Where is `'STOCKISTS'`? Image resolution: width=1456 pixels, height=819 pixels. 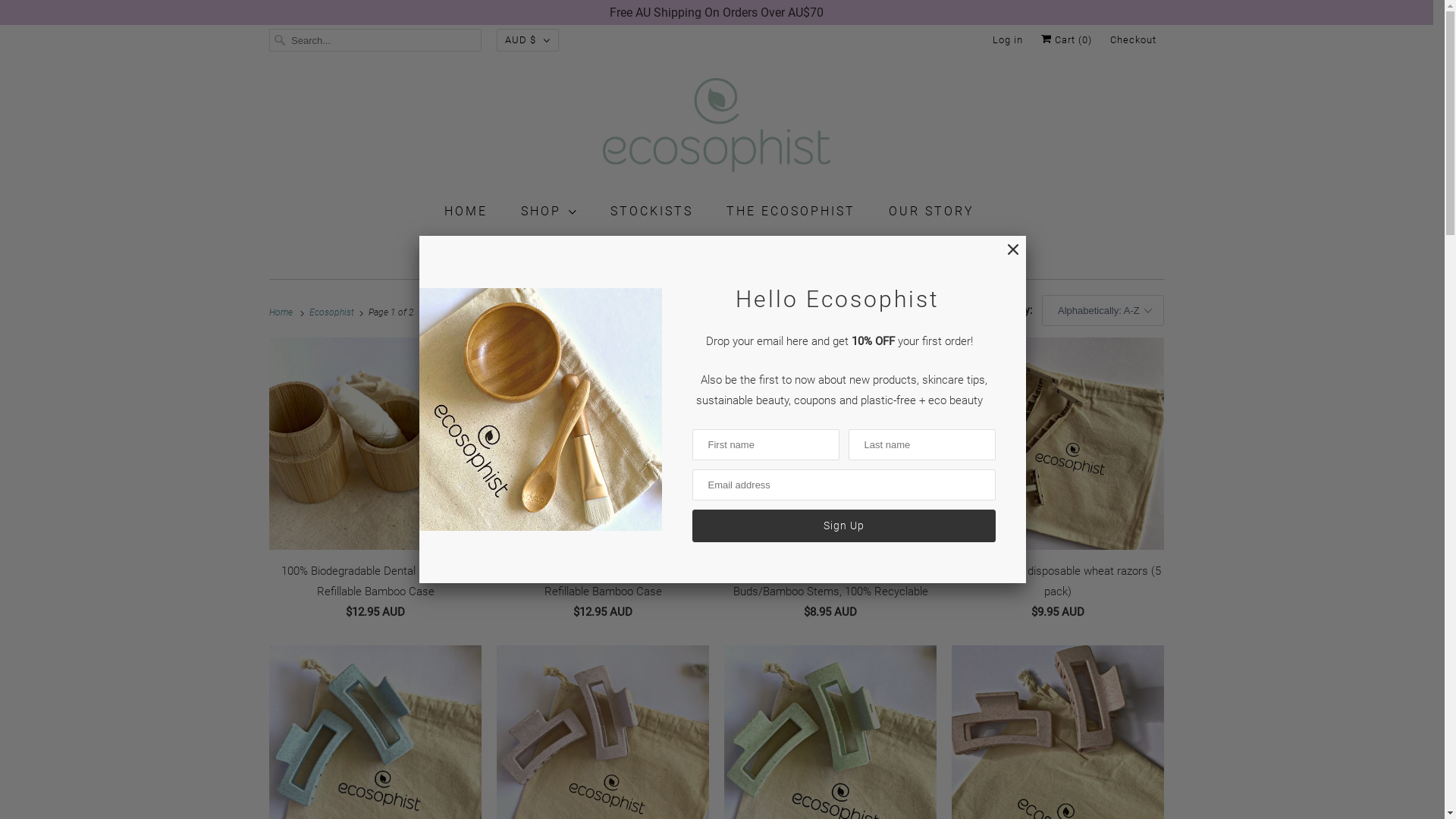 'STOCKISTS' is located at coordinates (651, 211).